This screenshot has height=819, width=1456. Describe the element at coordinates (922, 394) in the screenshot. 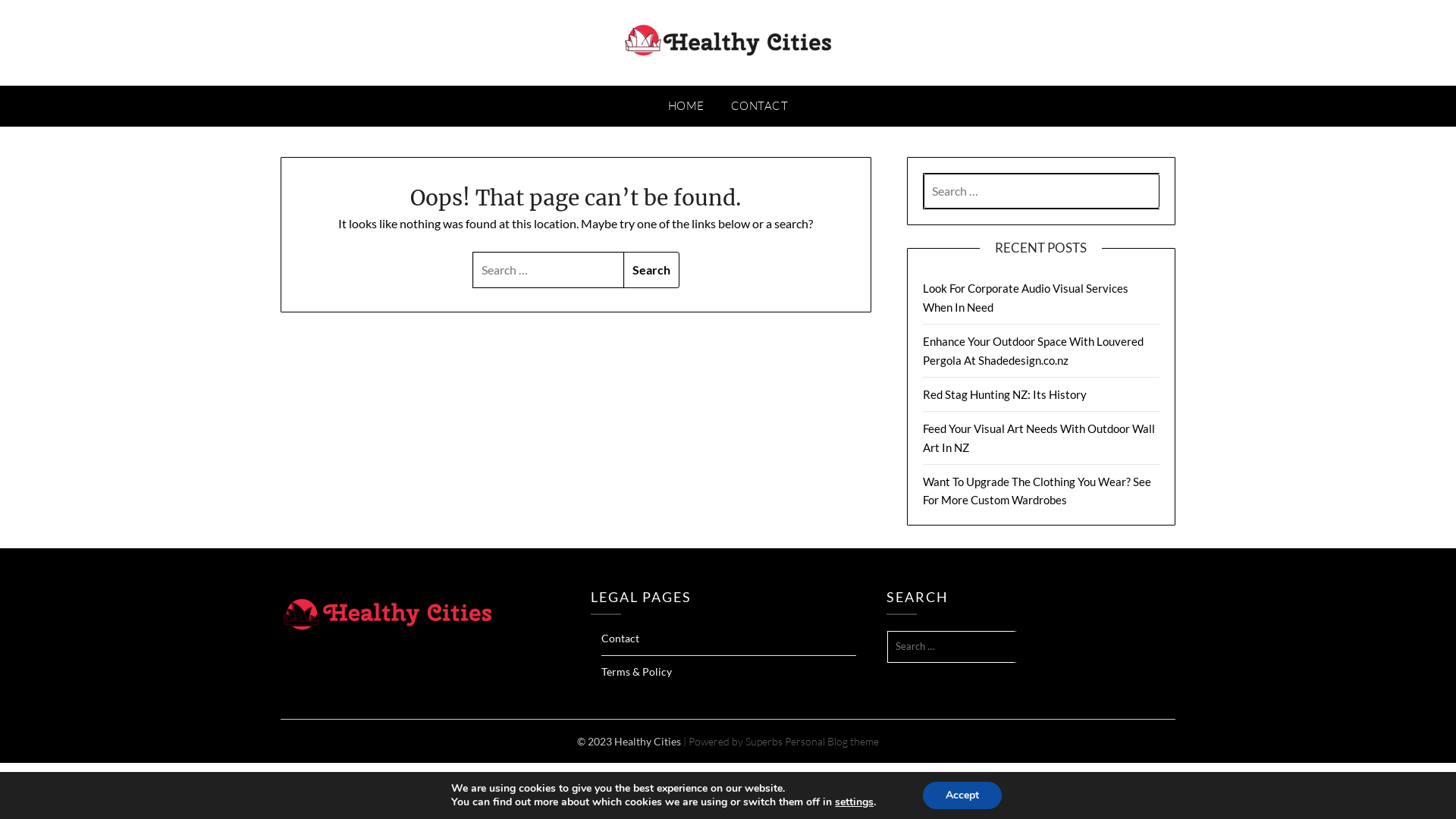

I see `'Red Stag Hunting NZ: Its History'` at that location.